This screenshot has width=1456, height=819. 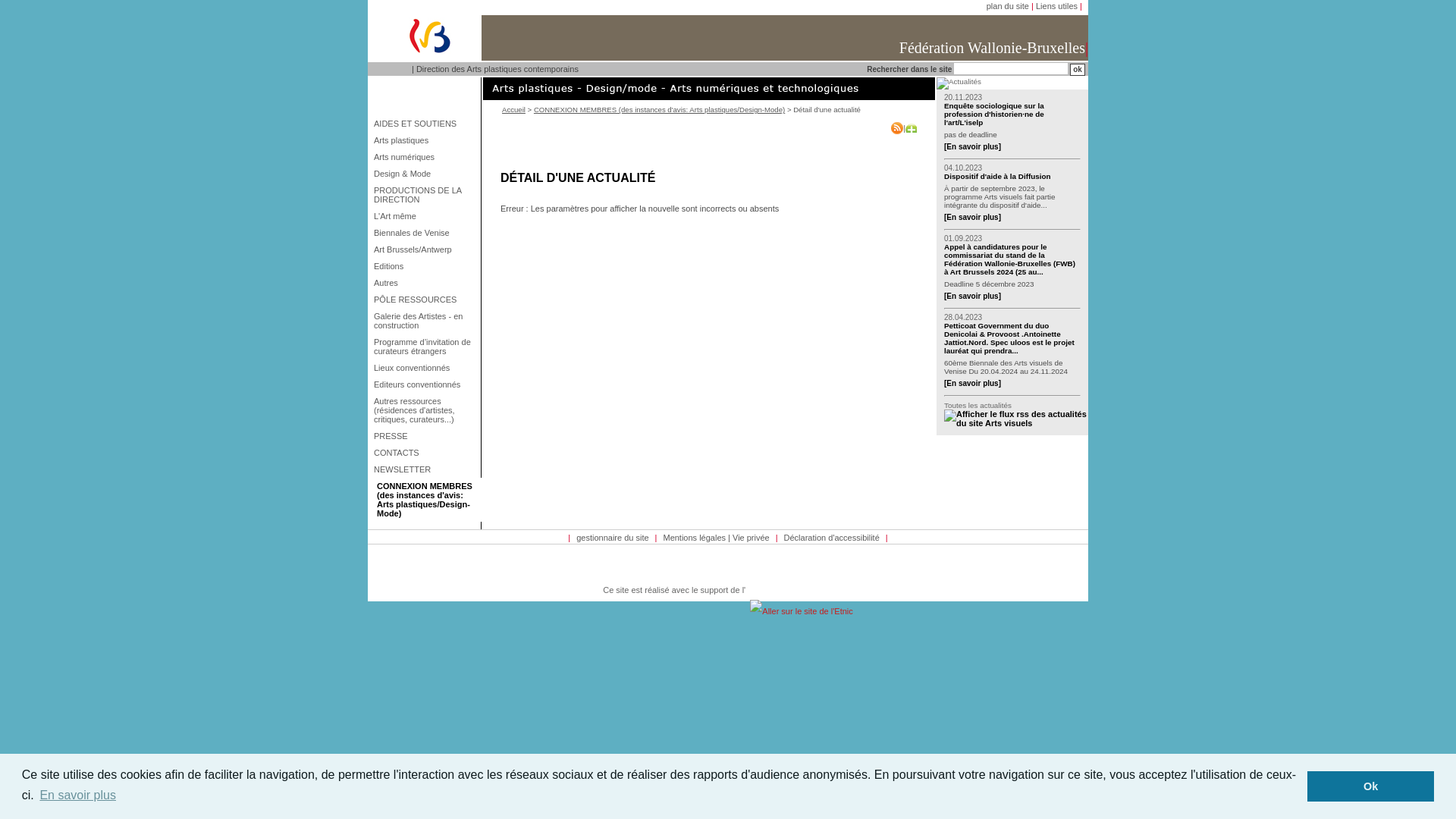 What do you see at coordinates (513, 108) in the screenshot?
I see `'Accueil'` at bounding box center [513, 108].